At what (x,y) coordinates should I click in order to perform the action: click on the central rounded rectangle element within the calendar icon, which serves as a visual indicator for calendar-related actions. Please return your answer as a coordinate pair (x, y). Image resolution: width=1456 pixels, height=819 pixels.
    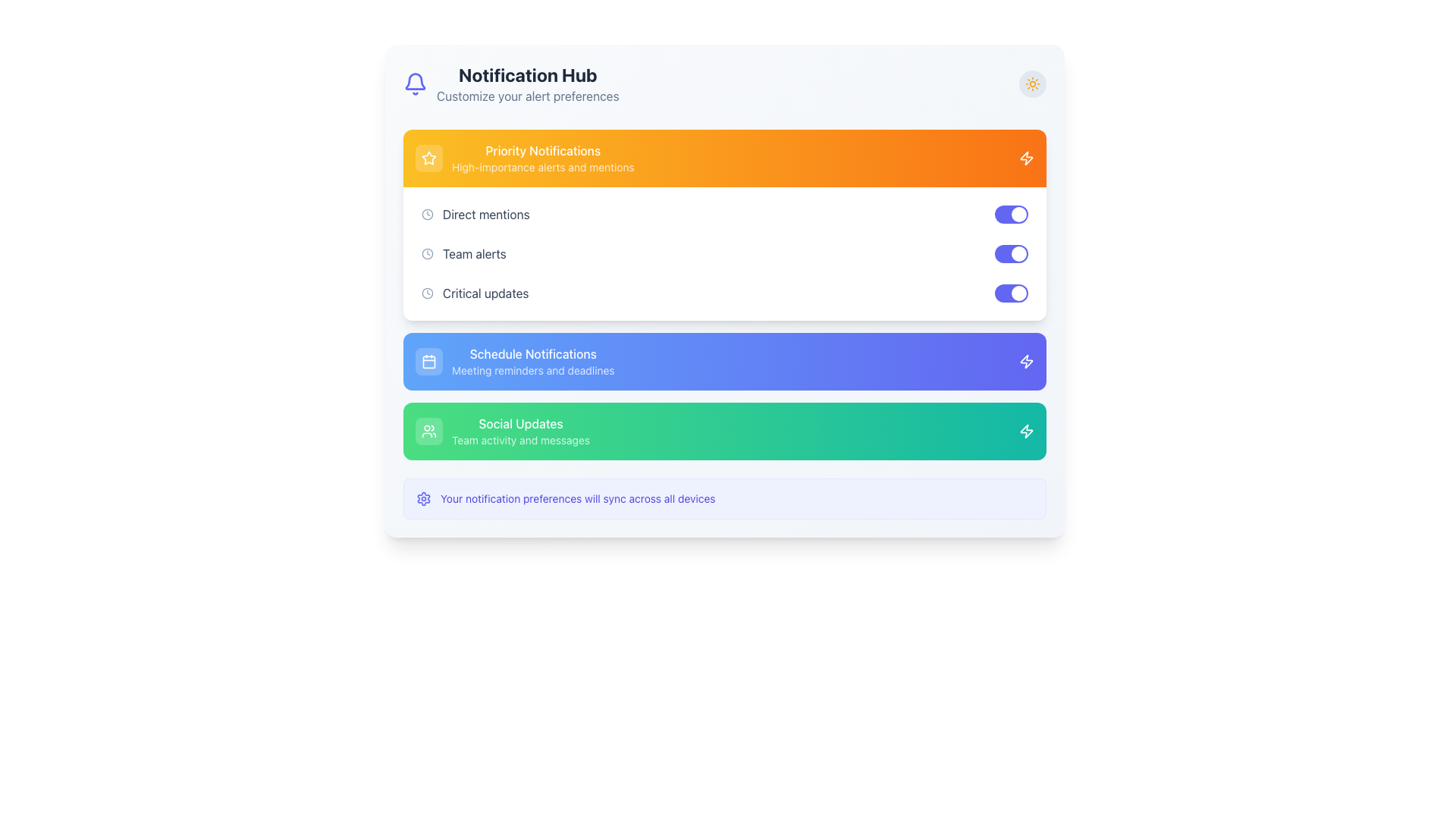
    Looking at the image, I should click on (428, 362).